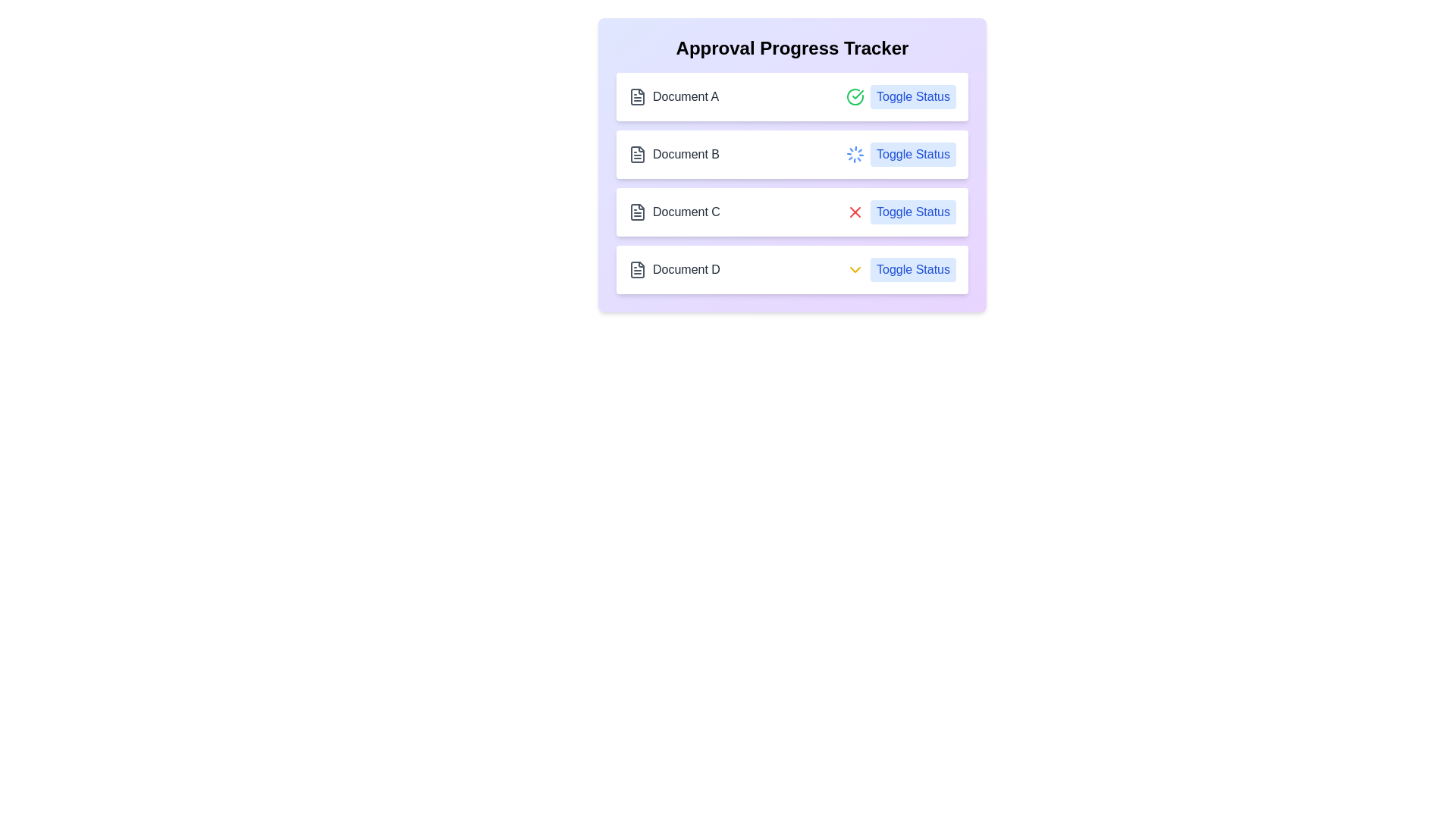 This screenshot has width=1456, height=819. I want to click on the 'Toggle Status' button located in the third row of the 'Approval Progress Tracker' panel, which has blue text on a light blue background, so click(912, 212).